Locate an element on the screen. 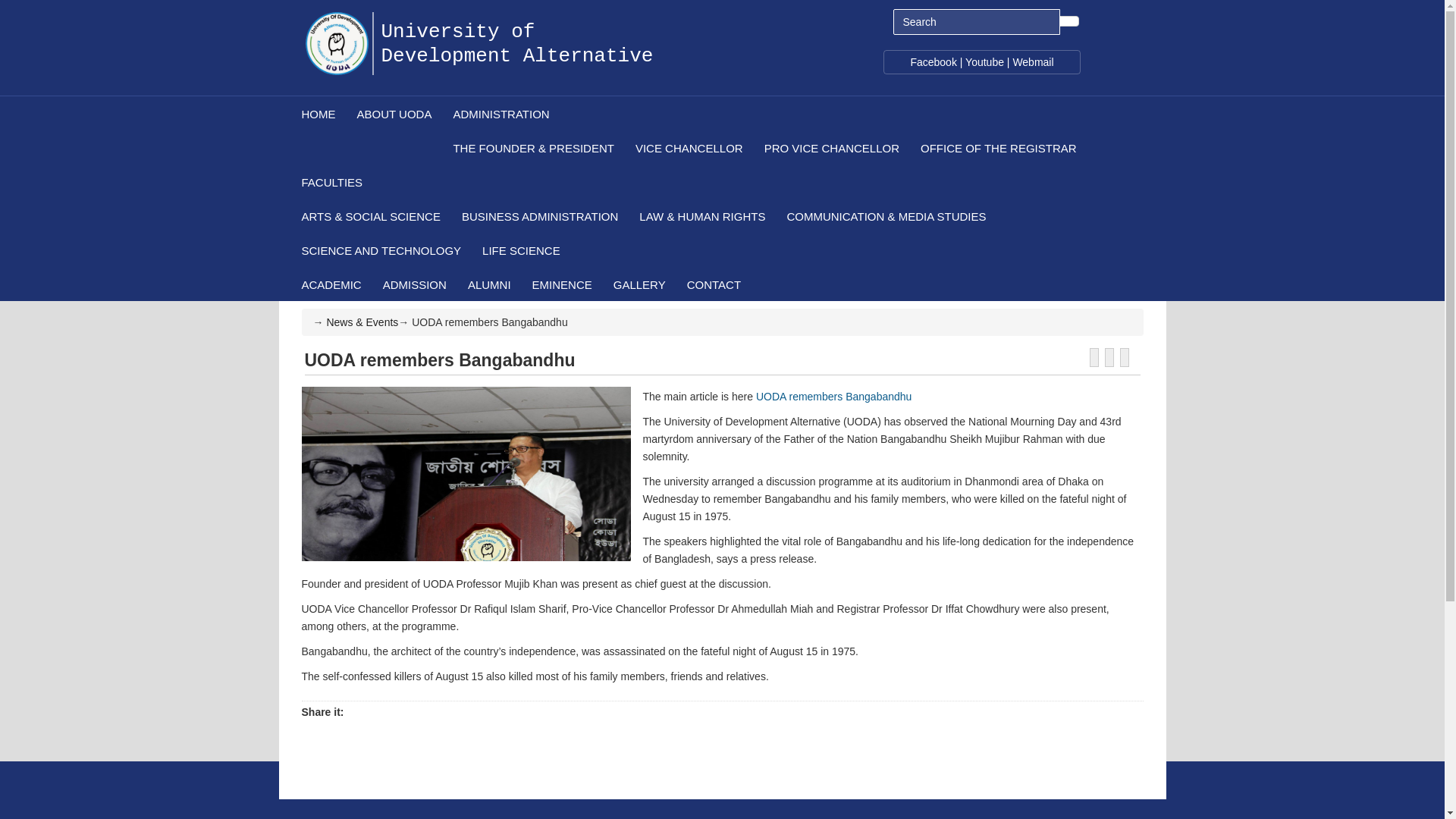 This screenshot has height=819, width=1456. 'University of is located at coordinates (516, 32).